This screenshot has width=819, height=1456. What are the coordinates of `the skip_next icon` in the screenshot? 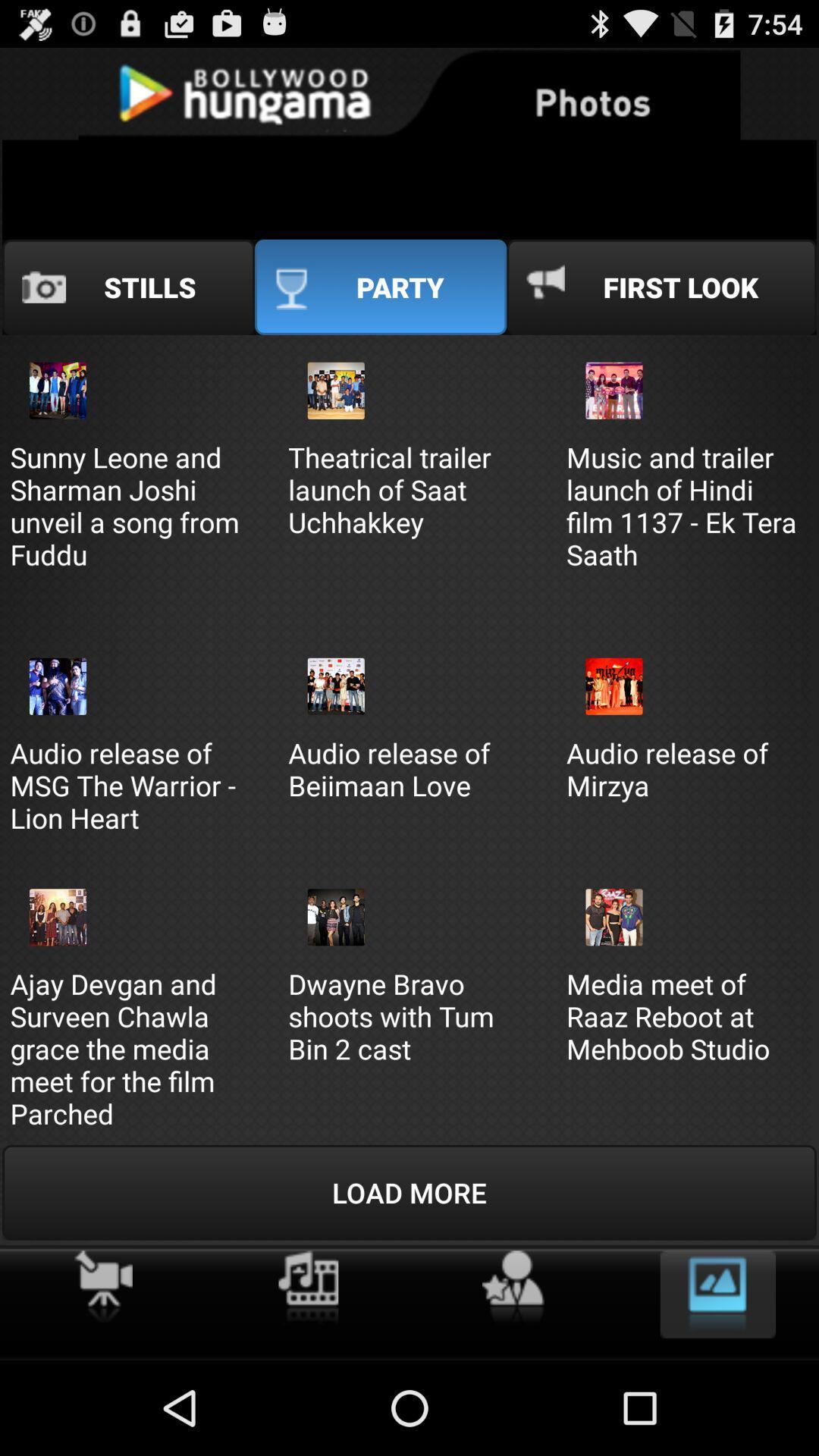 It's located at (102, 1376).